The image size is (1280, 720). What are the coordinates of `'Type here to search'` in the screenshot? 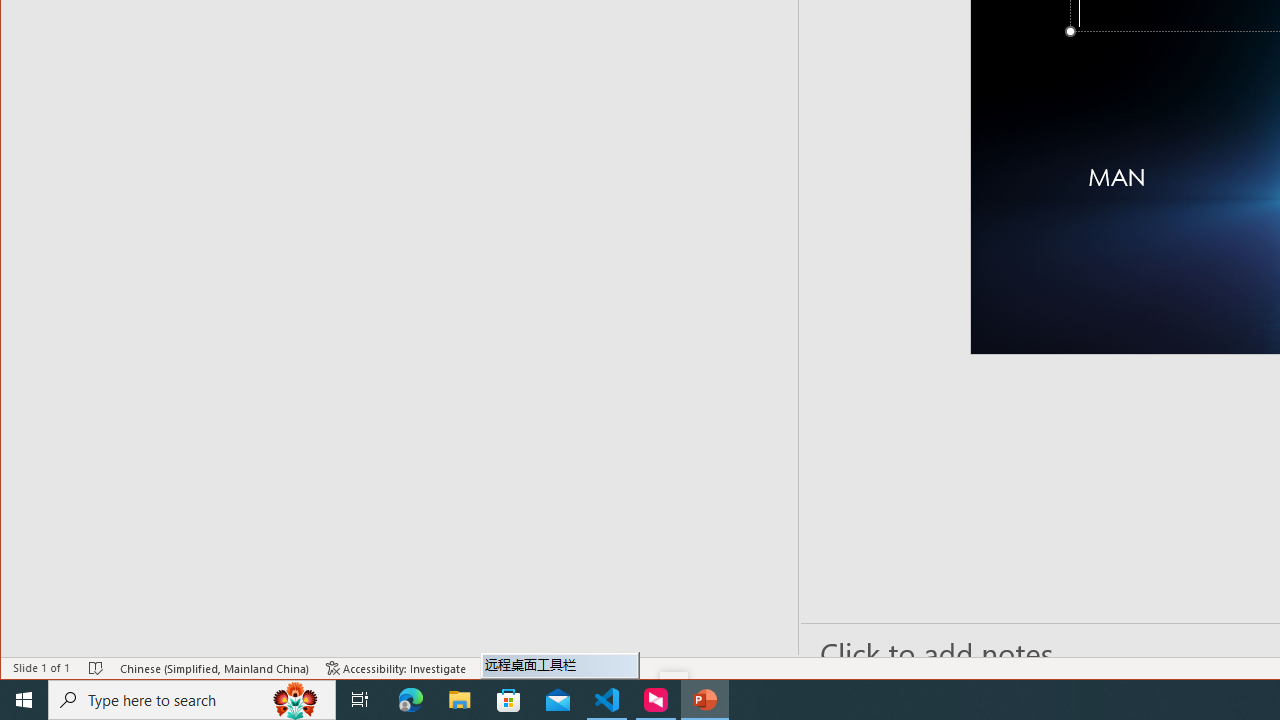 It's located at (192, 698).